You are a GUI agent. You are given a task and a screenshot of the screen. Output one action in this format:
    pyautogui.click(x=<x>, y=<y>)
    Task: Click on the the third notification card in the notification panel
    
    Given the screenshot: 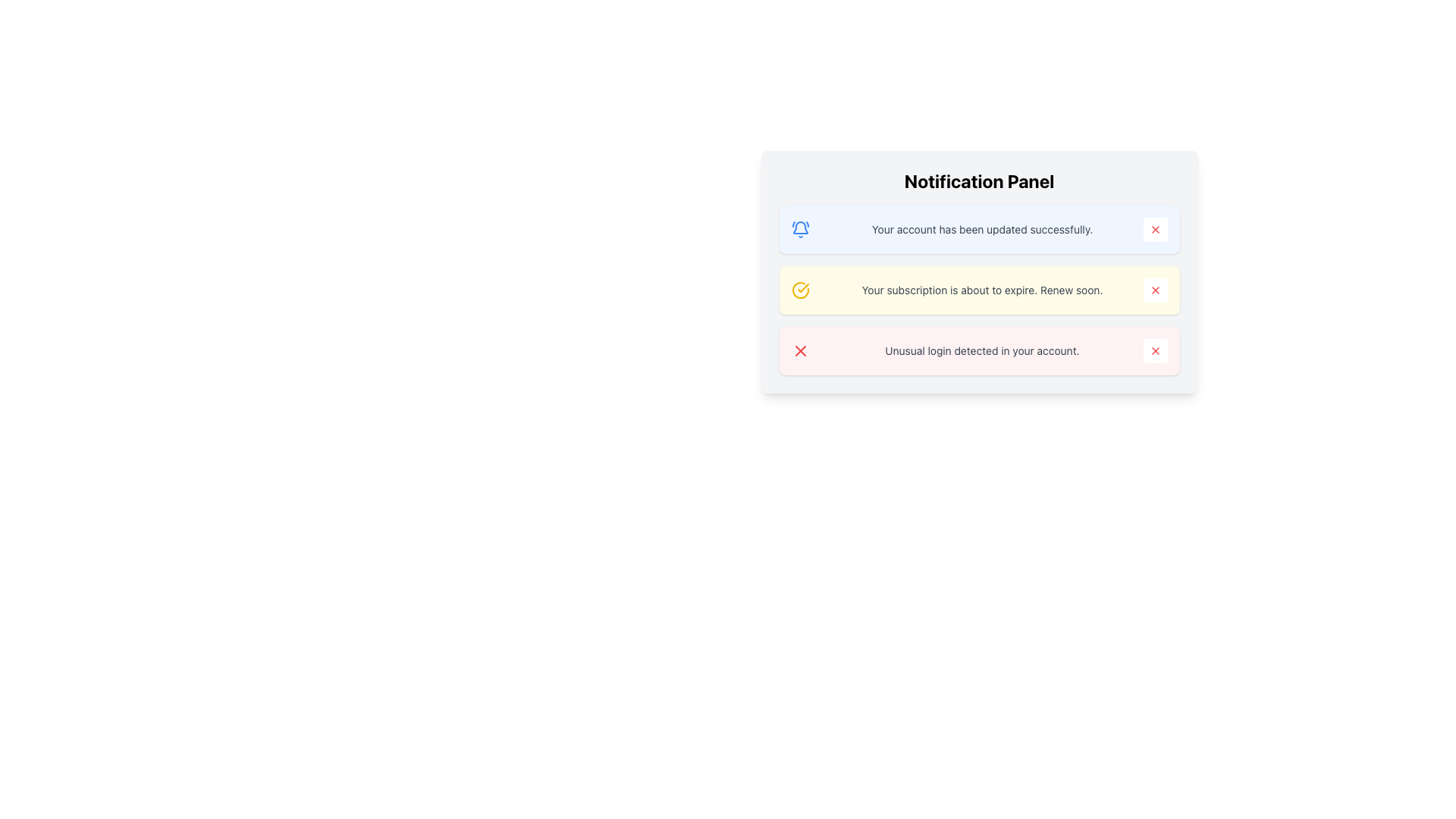 What is the action you would take?
    pyautogui.click(x=979, y=350)
    